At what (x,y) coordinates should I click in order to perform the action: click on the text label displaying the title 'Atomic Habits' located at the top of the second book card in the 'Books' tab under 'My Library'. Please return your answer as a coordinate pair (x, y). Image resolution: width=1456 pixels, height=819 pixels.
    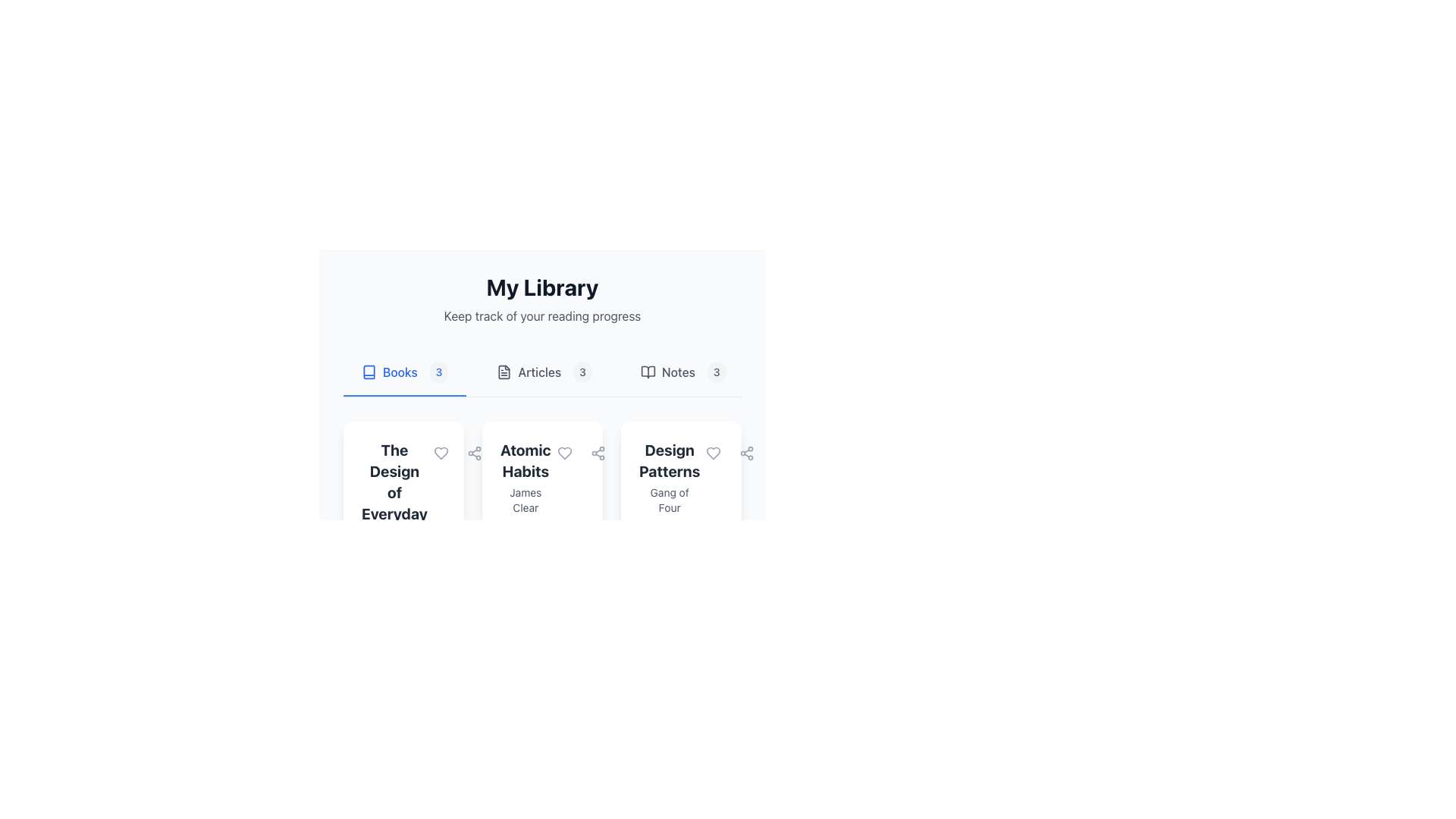
    Looking at the image, I should click on (526, 460).